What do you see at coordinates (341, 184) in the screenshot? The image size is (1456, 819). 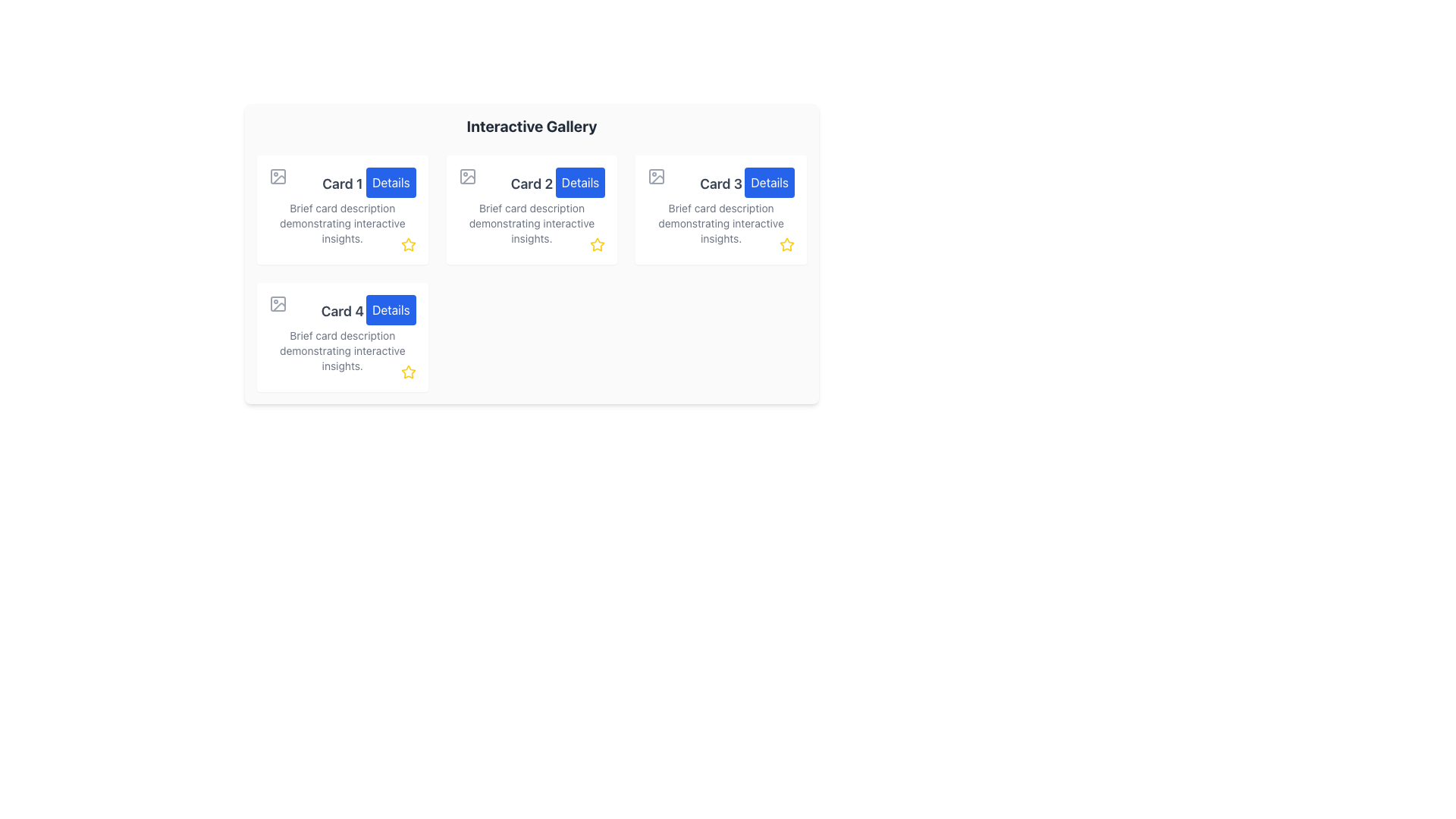 I see `the Text label serving as the title for the card located in the top-left corner of the grid layout` at bounding box center [341, 184].